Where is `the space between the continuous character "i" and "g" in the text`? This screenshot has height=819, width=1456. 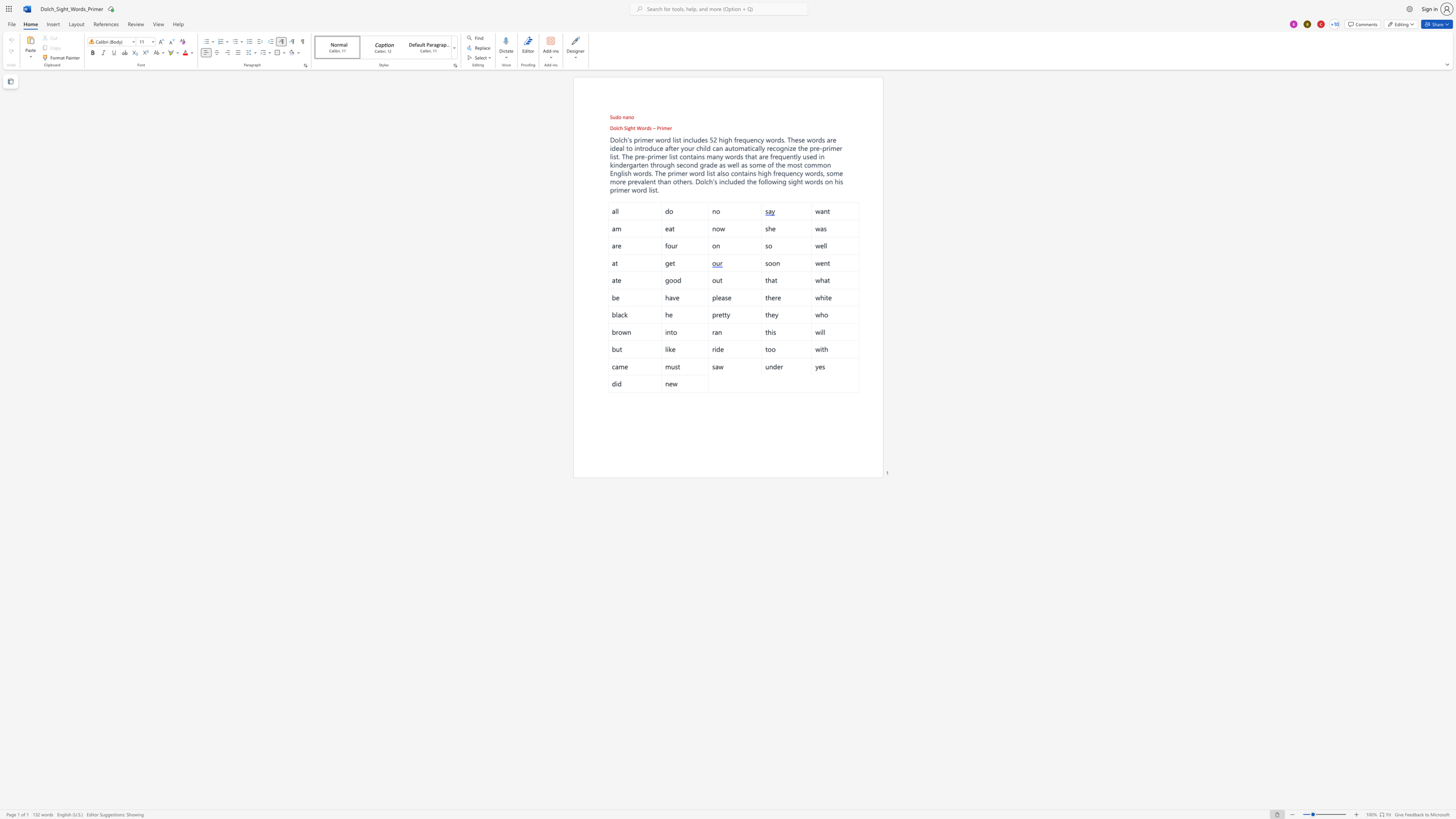 the space between the continuous character "i" and "g" in the text is located at coordinates (628, 128).